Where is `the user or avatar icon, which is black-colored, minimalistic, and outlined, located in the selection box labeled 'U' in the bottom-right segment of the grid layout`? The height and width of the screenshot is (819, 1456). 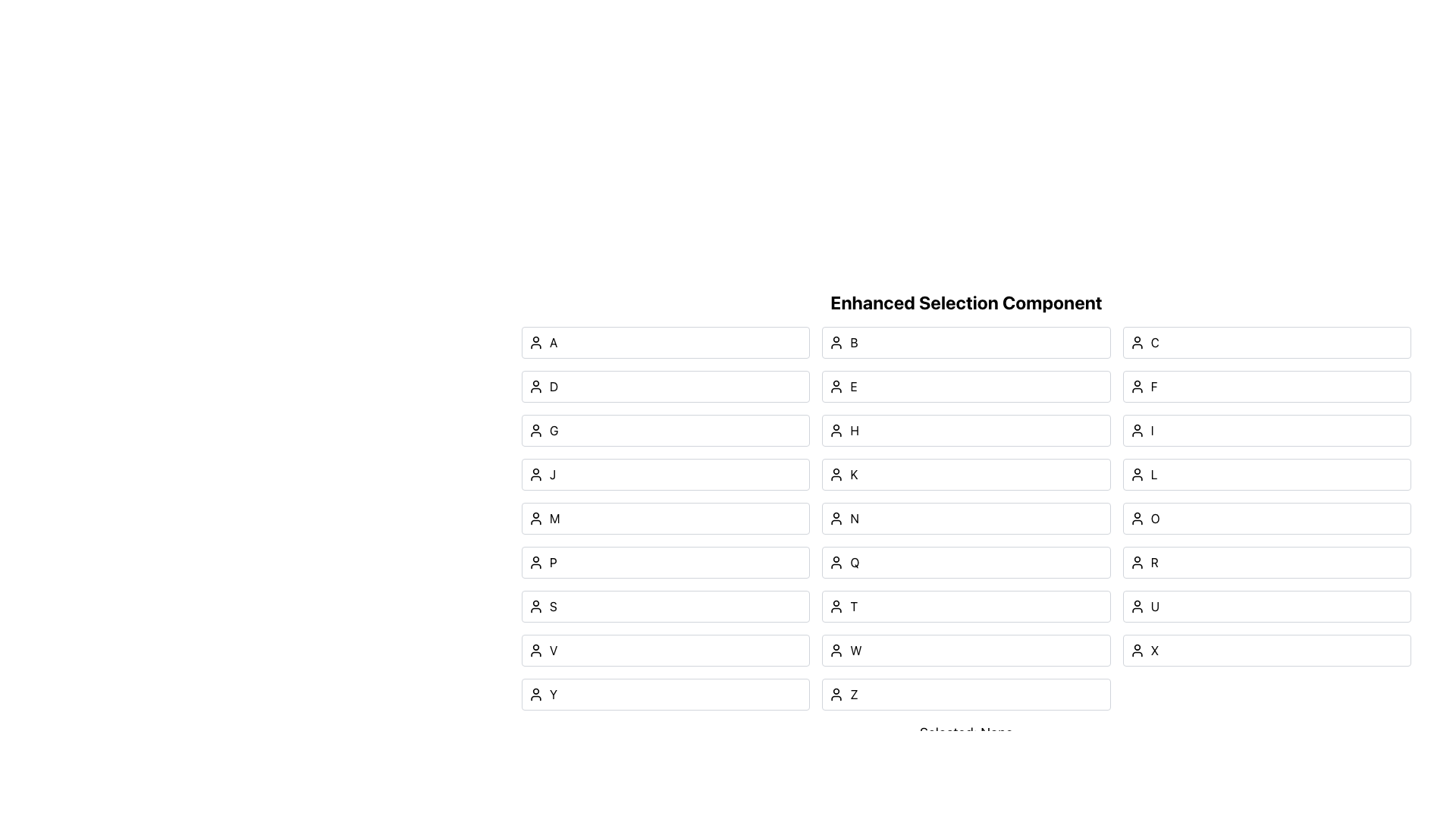 the user or avatar icon, which is black-colored, minimalistic, and outlined, located in the selection box labeled 'U' in the bottom-right segment of the grid layout is located at coordinates (1137, 605).